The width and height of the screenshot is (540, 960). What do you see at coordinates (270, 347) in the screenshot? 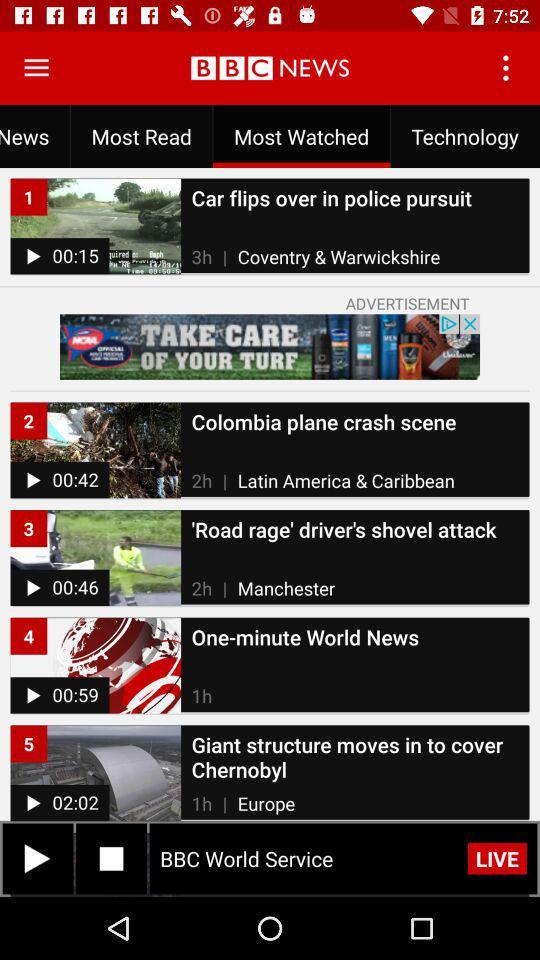
I see `open advertisement` at bounding box center [270, 347].